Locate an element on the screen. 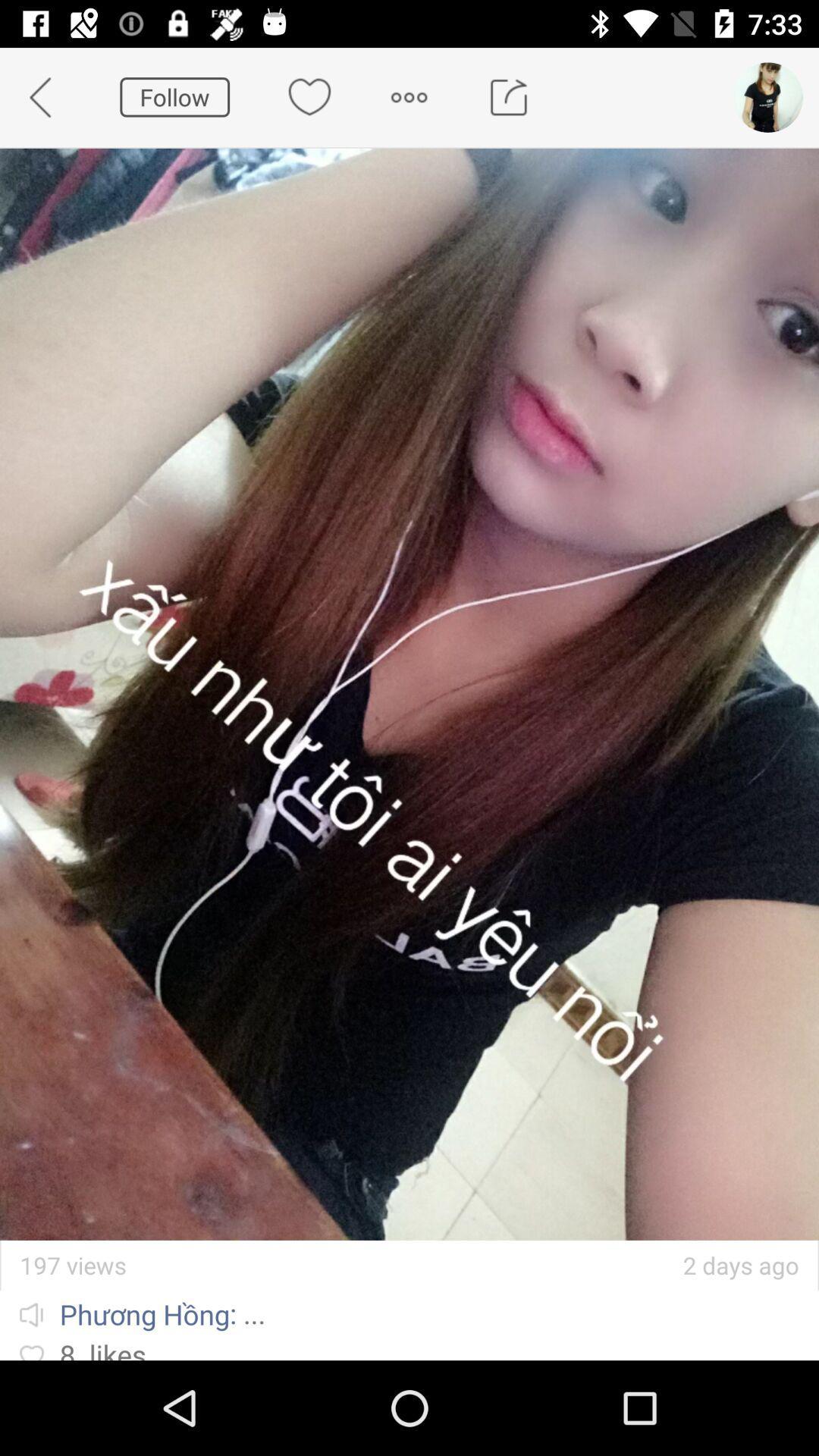 This screenshot has height=1456, width=819. the app to the left of follow is located at coordinates (49, 96).